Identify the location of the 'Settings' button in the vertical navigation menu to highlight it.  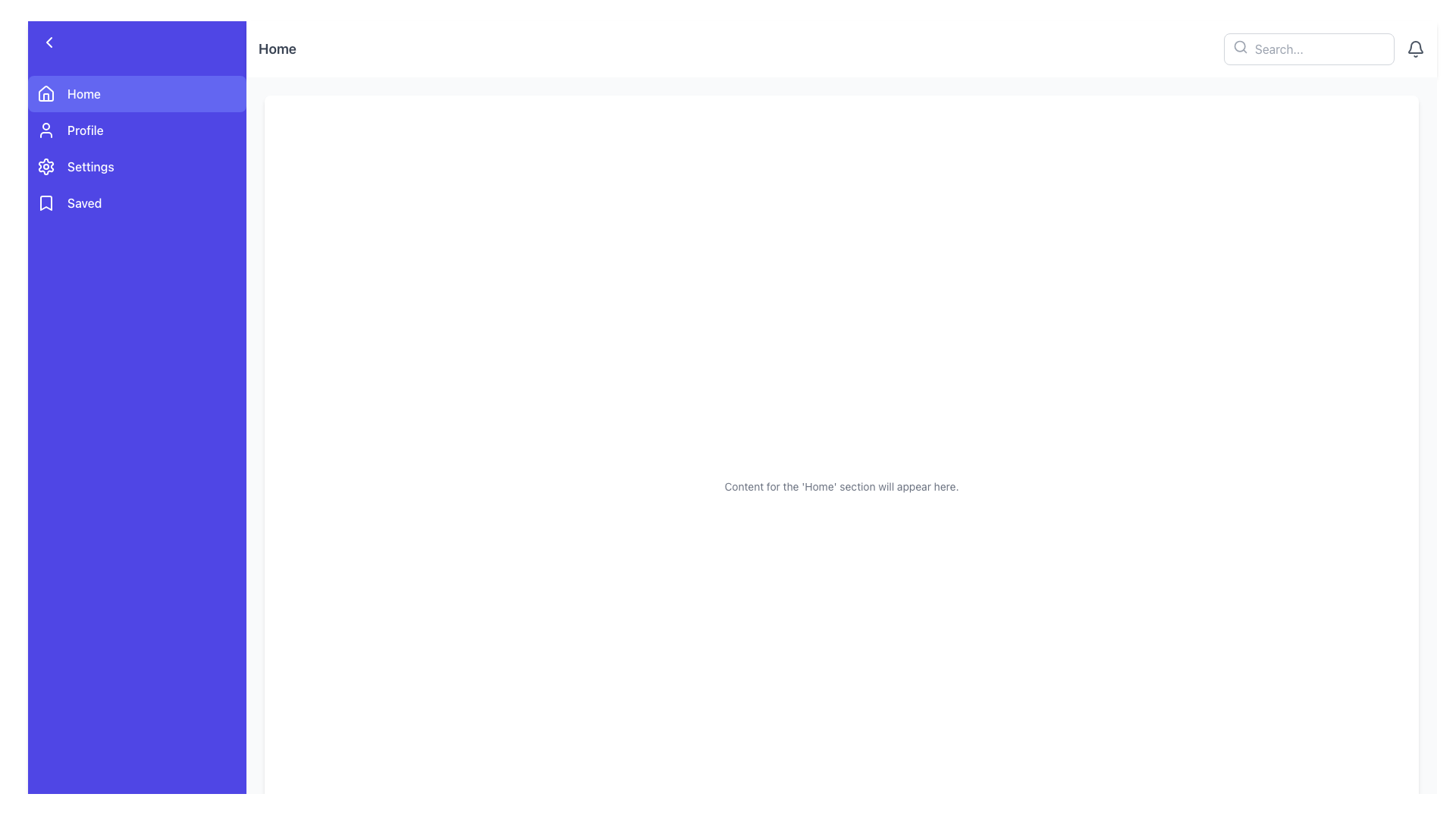
(137, 166).